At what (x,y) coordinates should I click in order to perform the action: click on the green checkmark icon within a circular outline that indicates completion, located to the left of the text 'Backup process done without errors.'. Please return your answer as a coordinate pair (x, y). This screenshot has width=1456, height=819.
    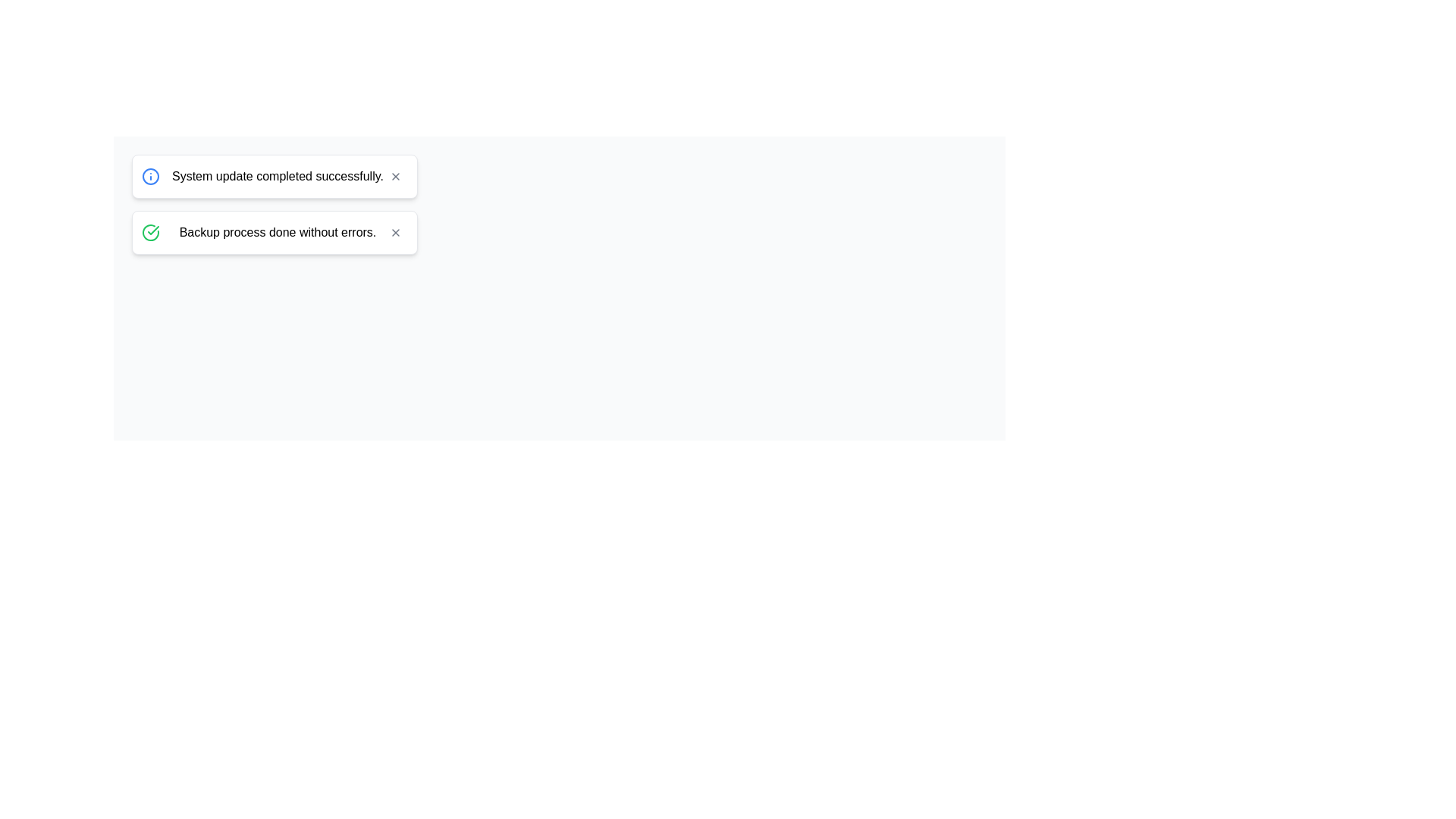
    Looking at the image, I should click on (153, 231).